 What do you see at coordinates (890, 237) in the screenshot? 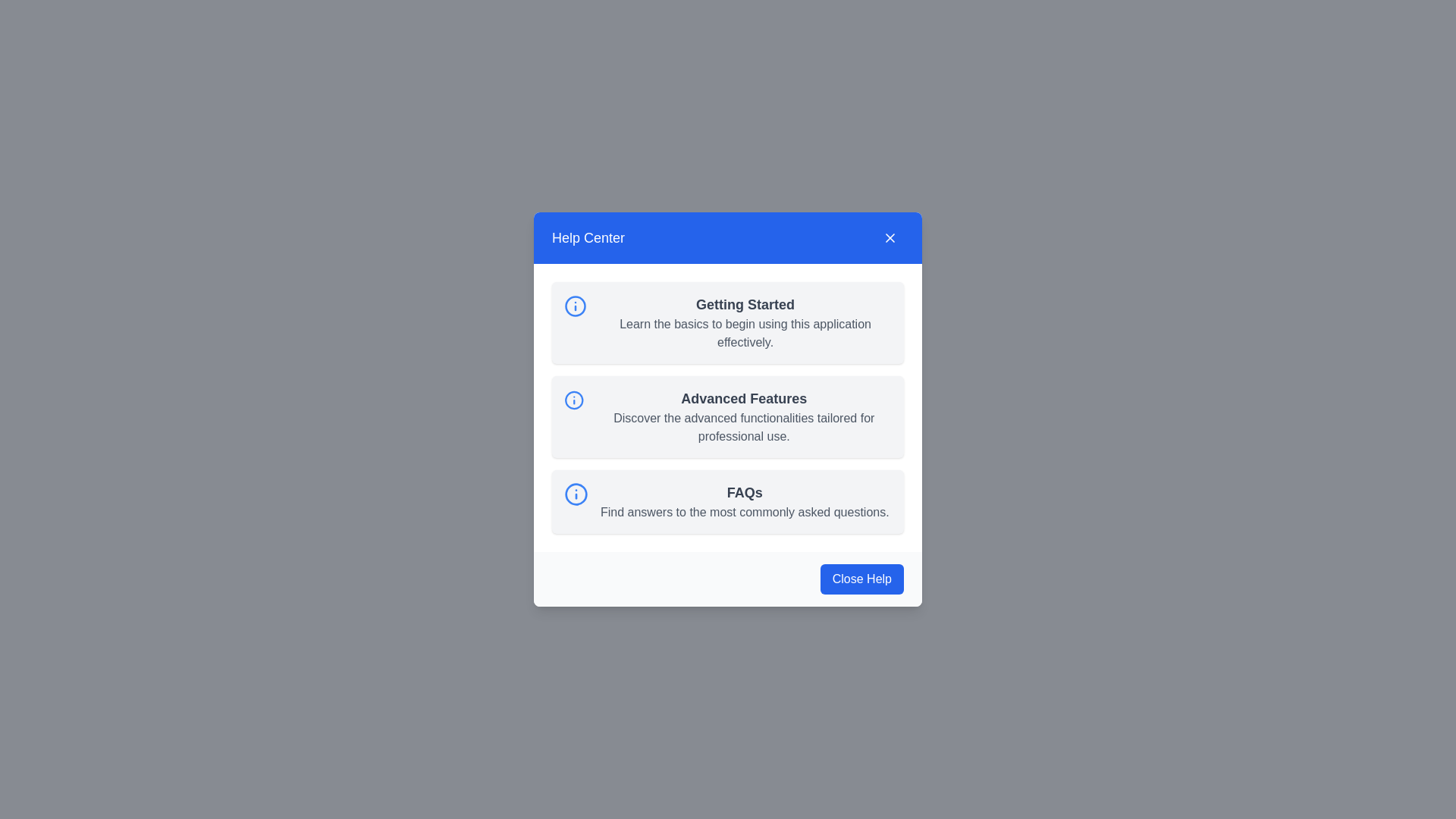
I see `the Close button, which is a small diagonal cross icon located in the top-right corner of the blue header bar in the Help Center dialog` at bounding box center [890, 237].